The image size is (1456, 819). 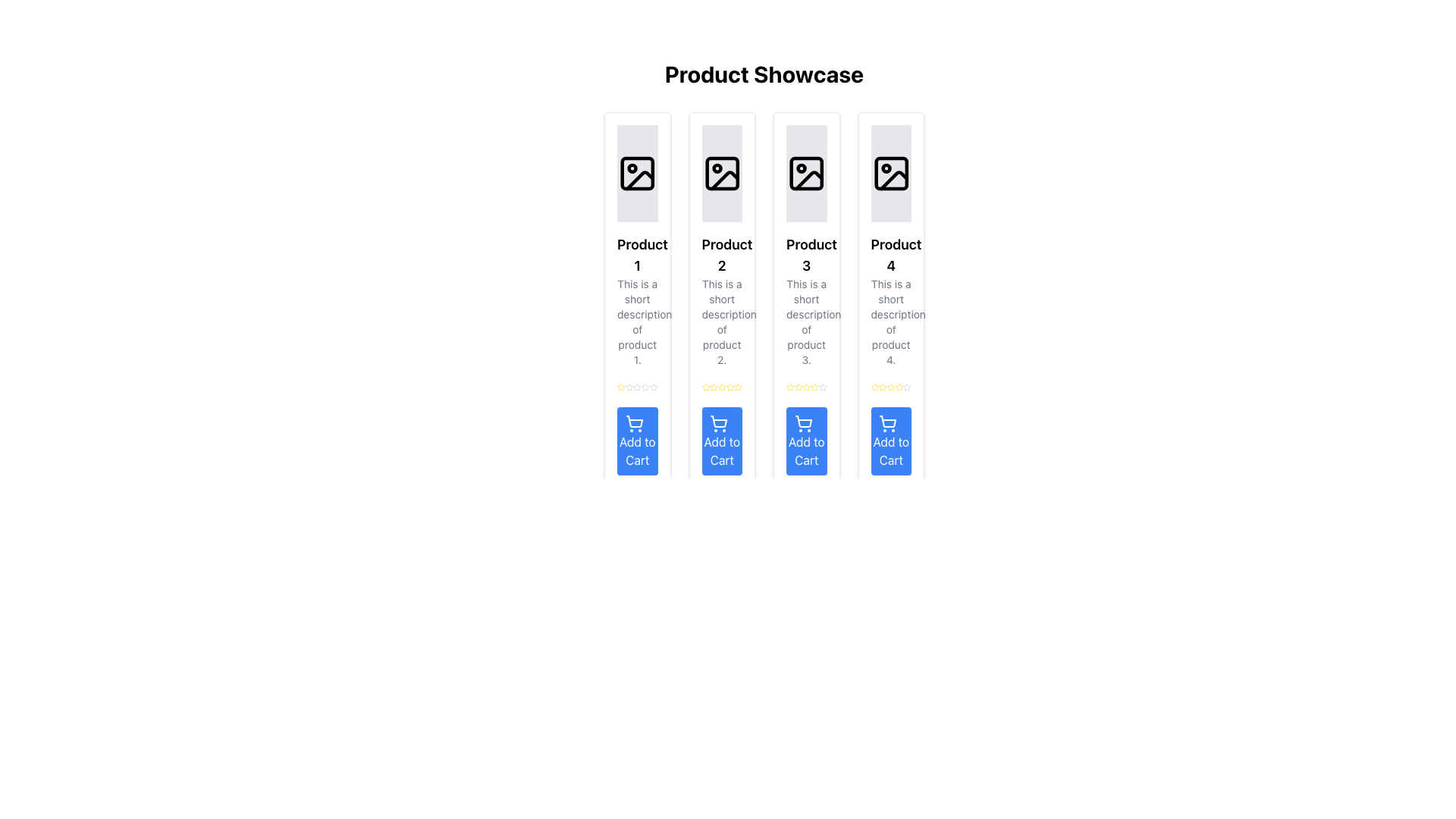 What do you see at coordinates (723, 180) in the screenshot?
I see `the vector graphic component located in the top left corner of the second product card` at bounding box center [723, 180].